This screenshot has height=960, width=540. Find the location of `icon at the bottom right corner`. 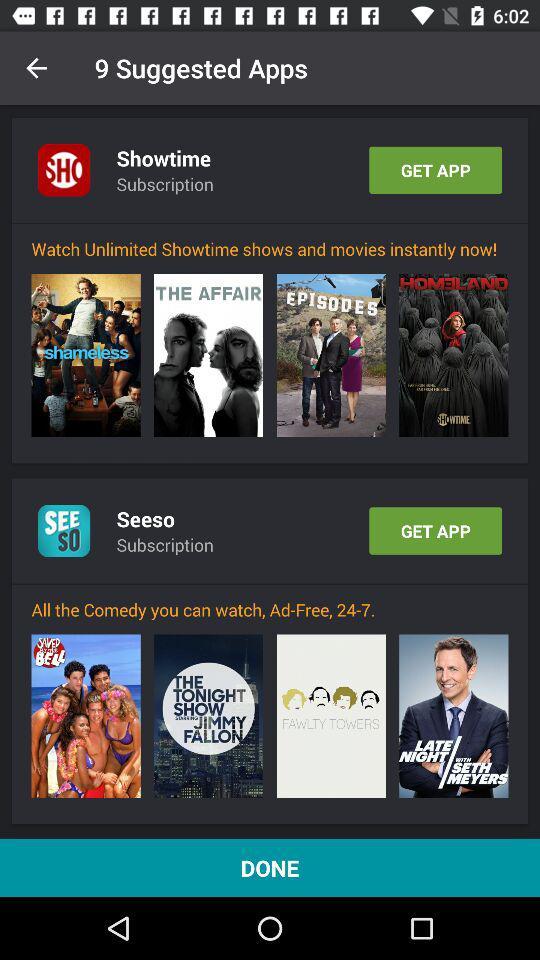

icon at the bottom right corner is located at coordinates (453, 716).